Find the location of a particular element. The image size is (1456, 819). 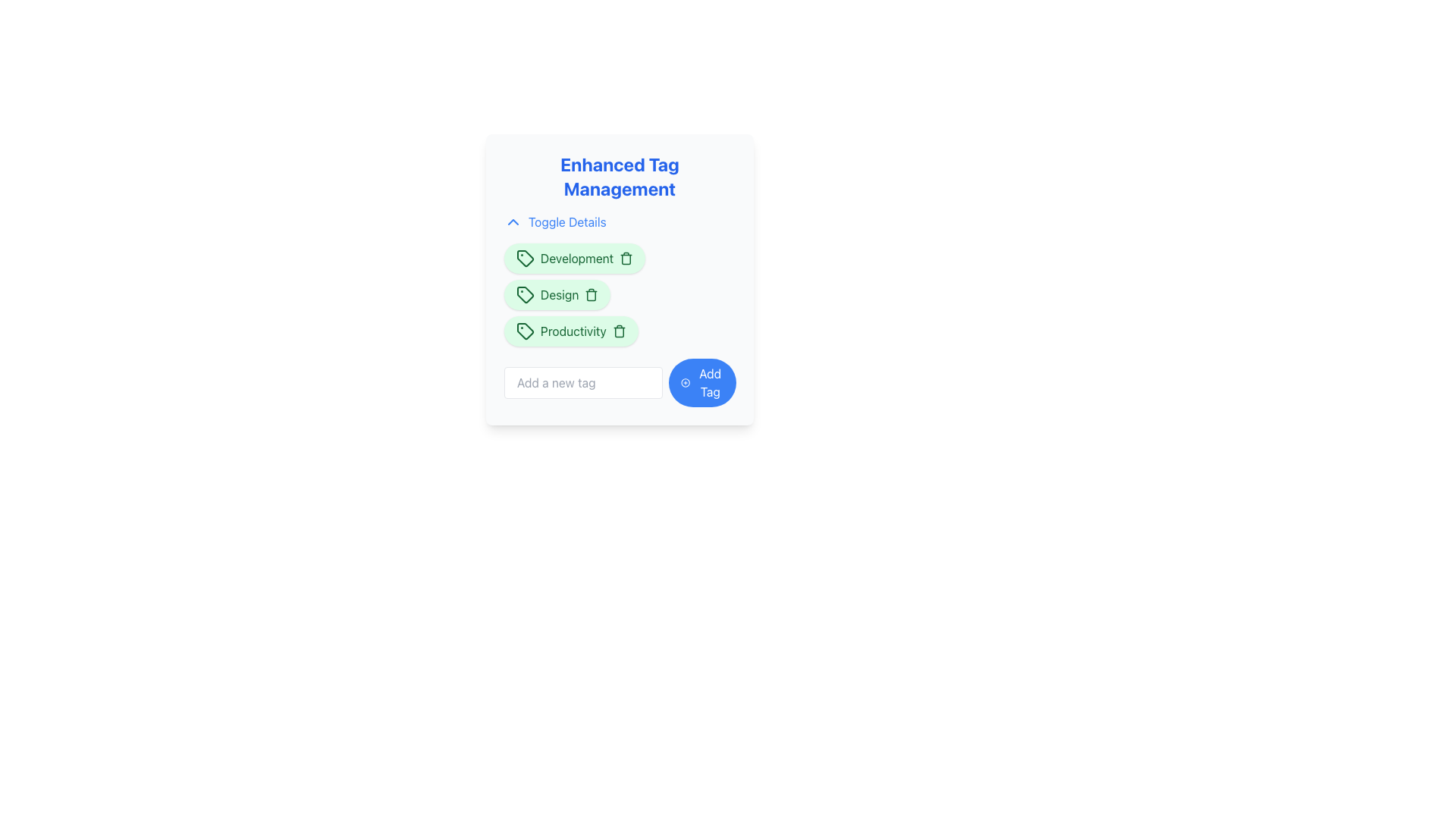

the delete button associated with the 'Design' tag, located at the rightmost position within the bubble is located at coordinates (591, 295).